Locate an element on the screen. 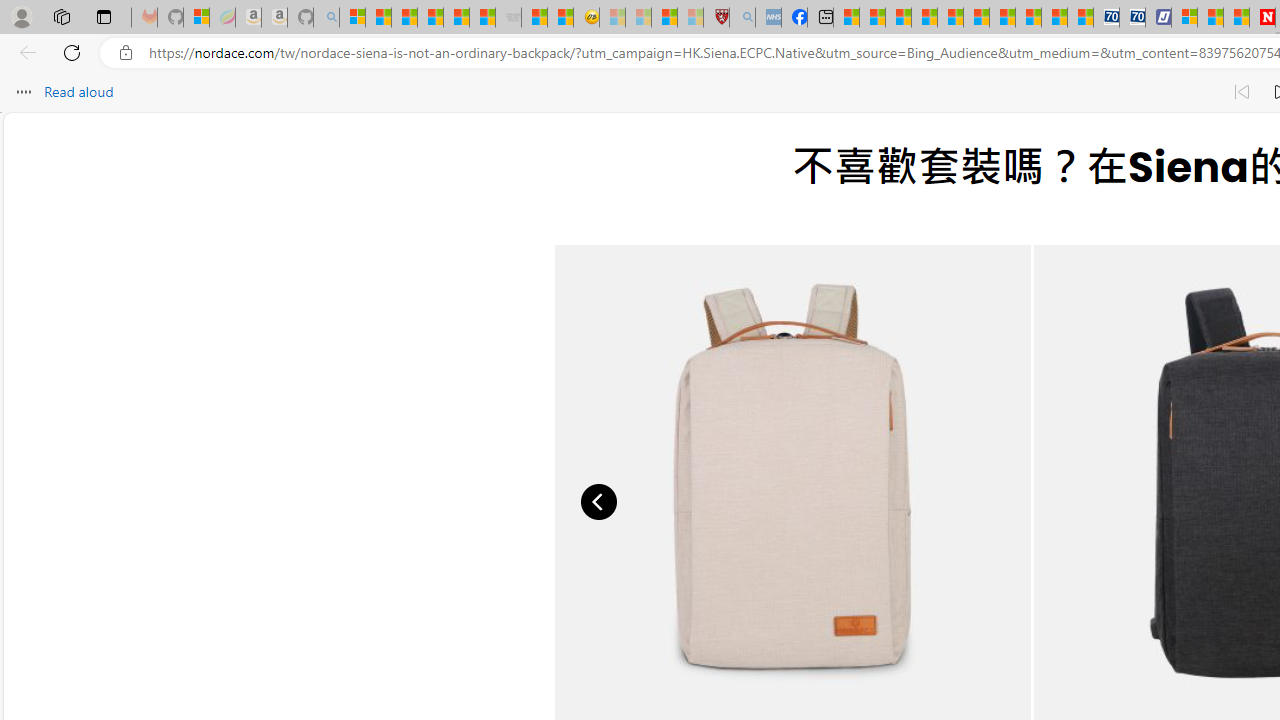 This screenshot has width=1280, height=720. 'Microsoft account | Privacy' is located at coordinates (1184, 17).